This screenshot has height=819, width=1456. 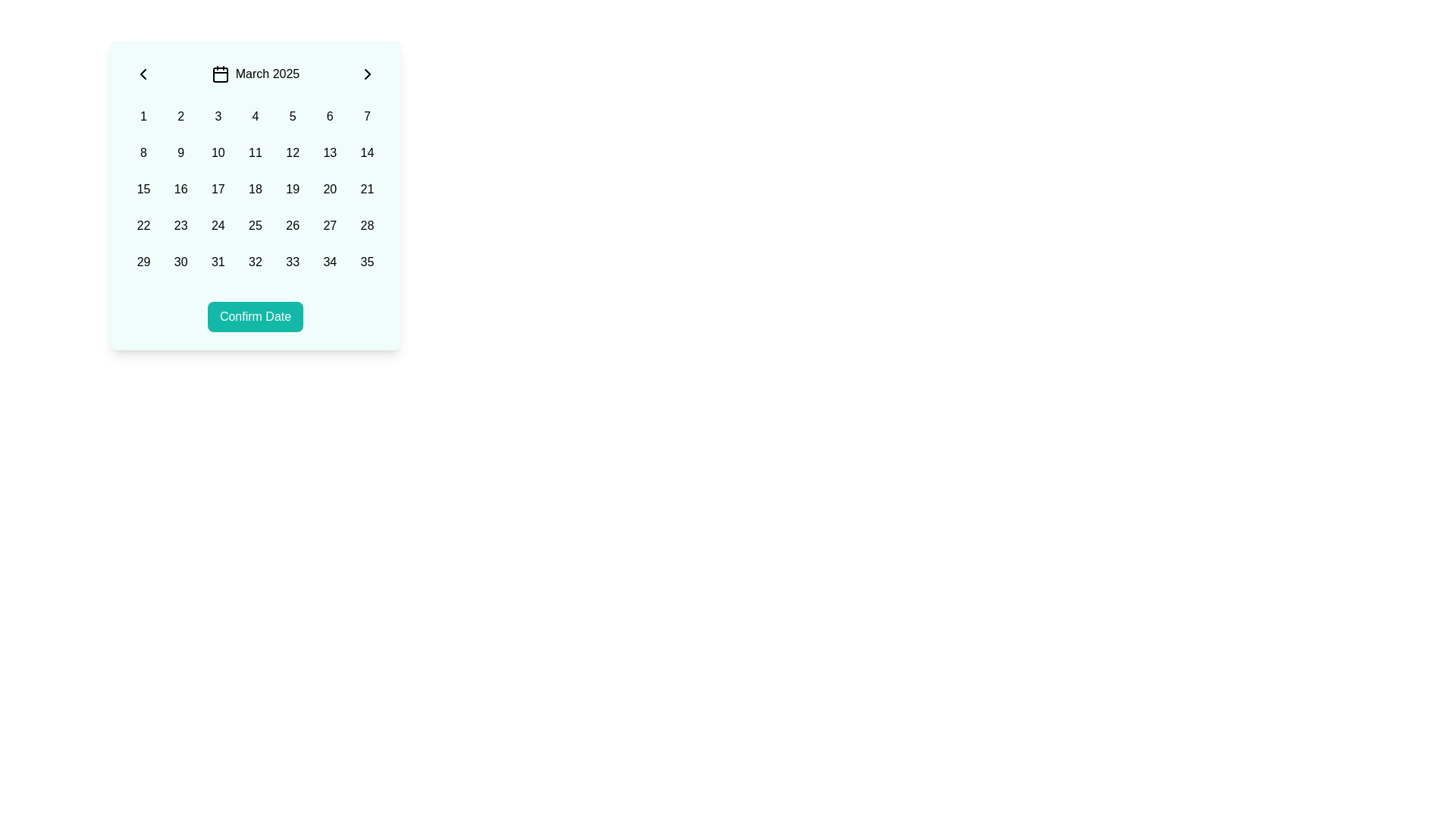 I want to click on the button that allows users to select the 29th day from the calendar view, located in the third row and first column of the date picker grid, so click(x=143, y=262).